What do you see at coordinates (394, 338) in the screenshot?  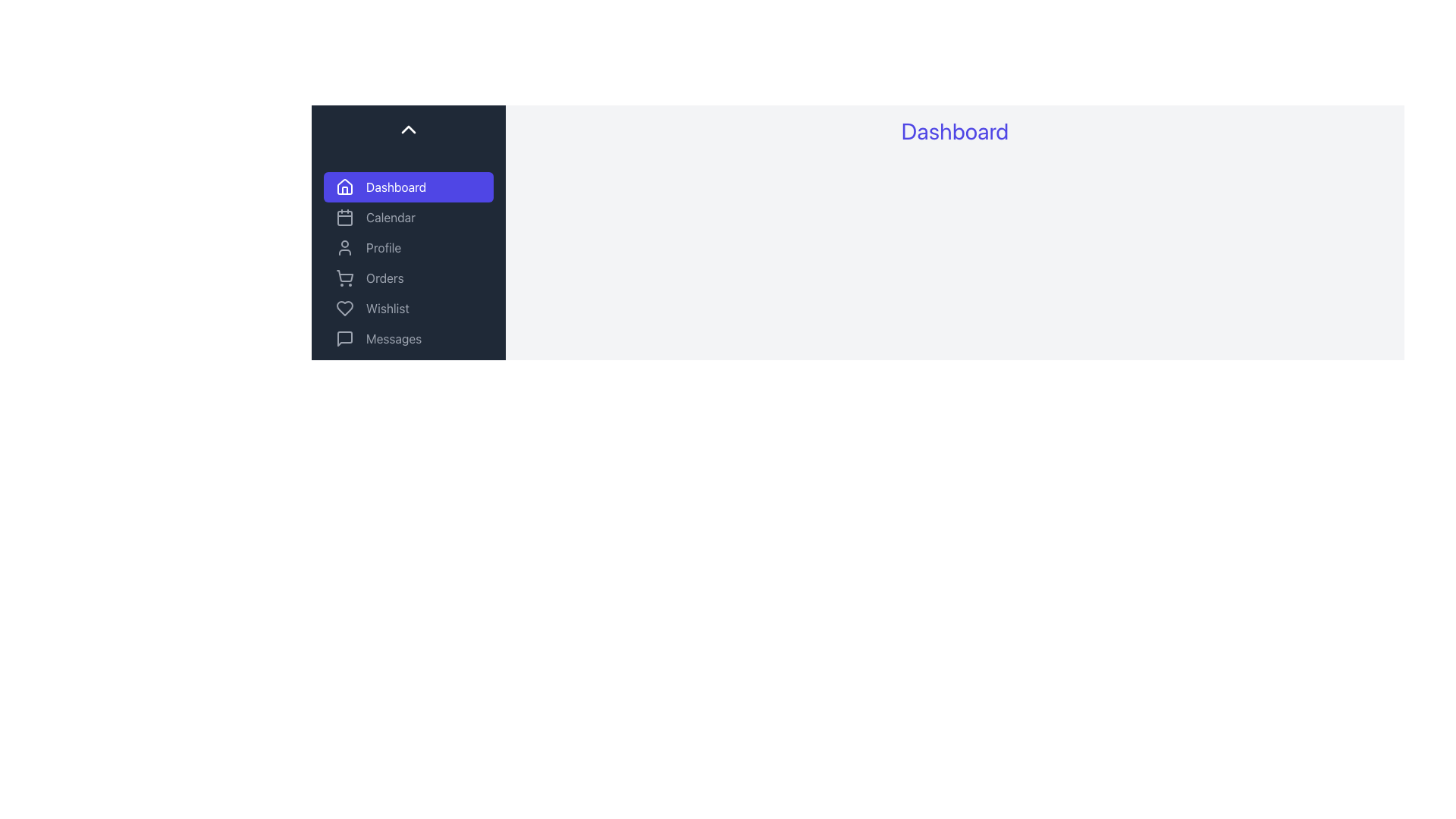 I see `the 'Messages' text label in the vertical sidebar menu, which is accompanied by a speech bubble icon` at bounding box center [394, 338].